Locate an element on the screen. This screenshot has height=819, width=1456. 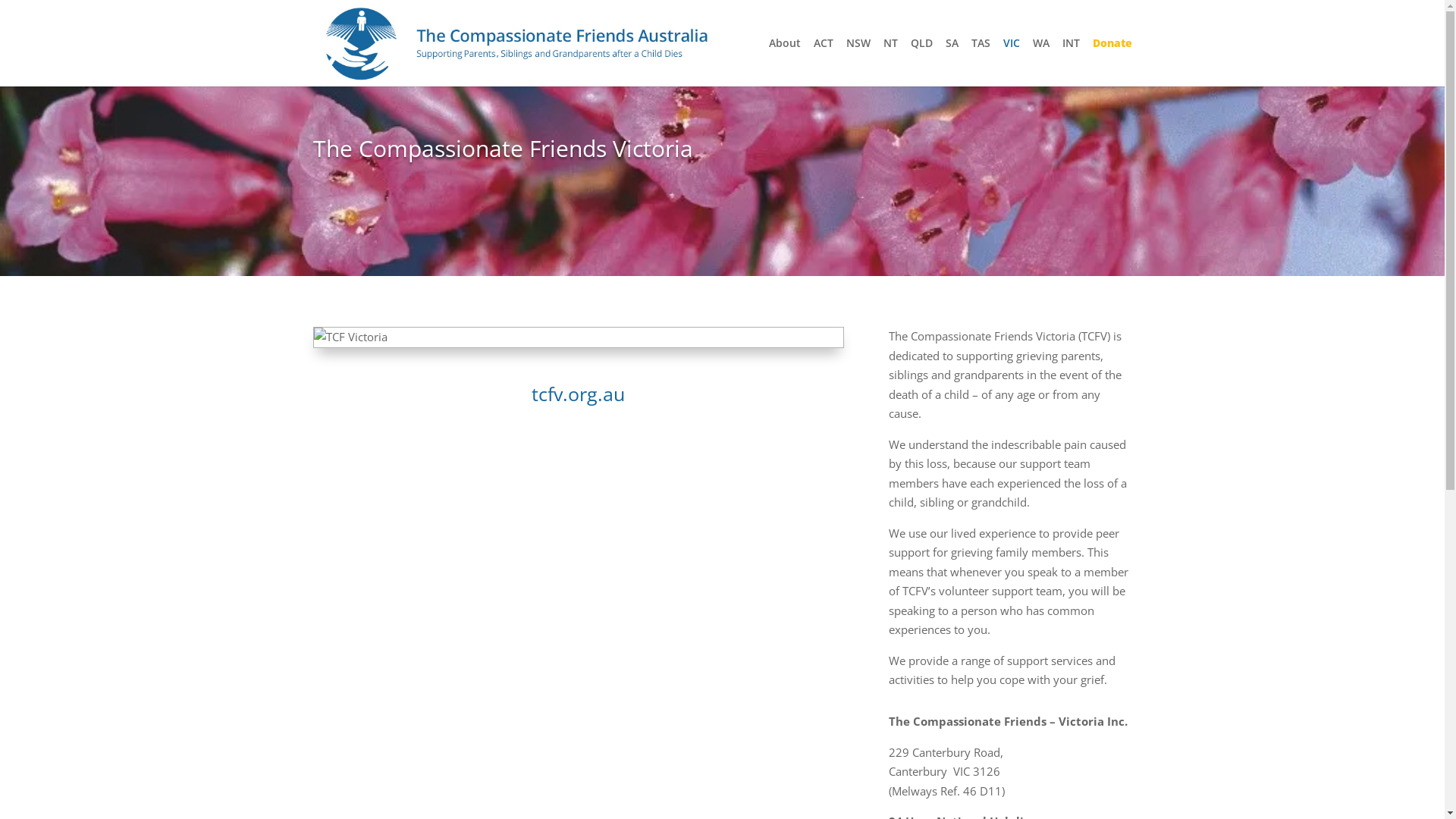
'tcfv.org.au' is located at coordinates (577, 393).